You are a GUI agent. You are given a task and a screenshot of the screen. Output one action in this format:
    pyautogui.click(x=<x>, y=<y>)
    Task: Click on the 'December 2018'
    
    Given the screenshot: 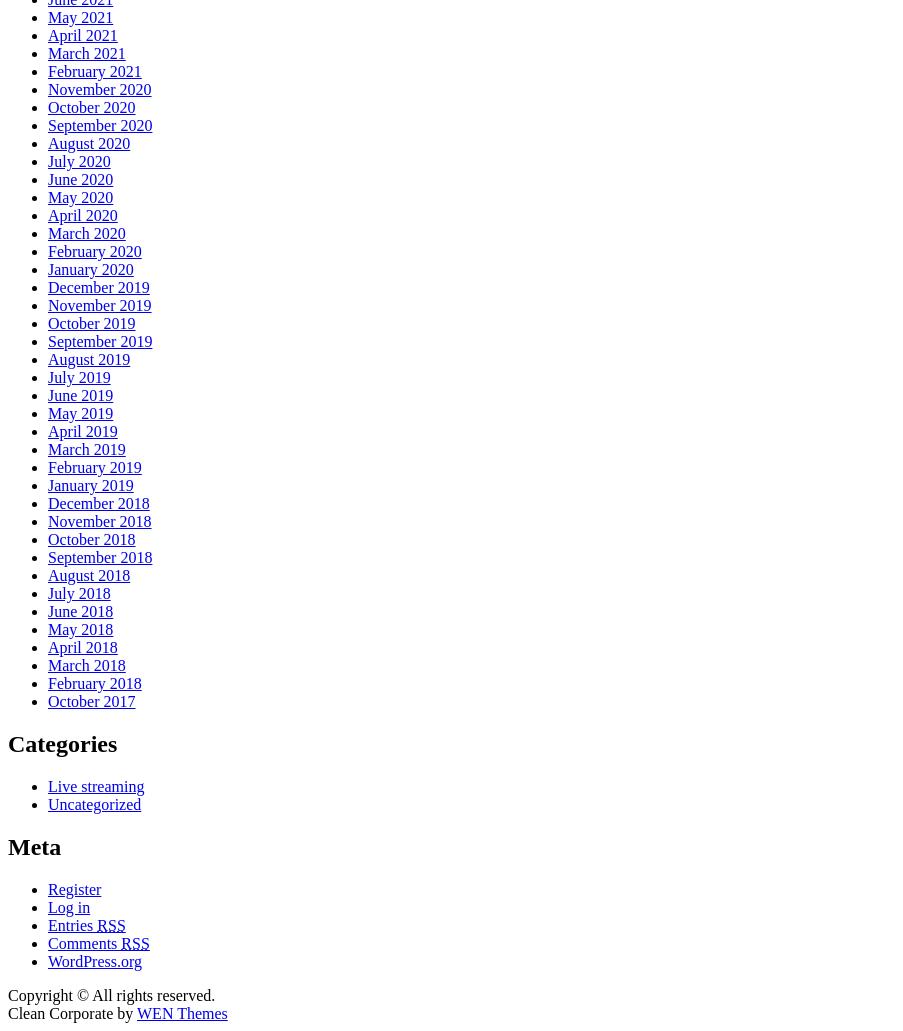 What is the action you would take?
    pyautogui.click(x=98, y=503)
    